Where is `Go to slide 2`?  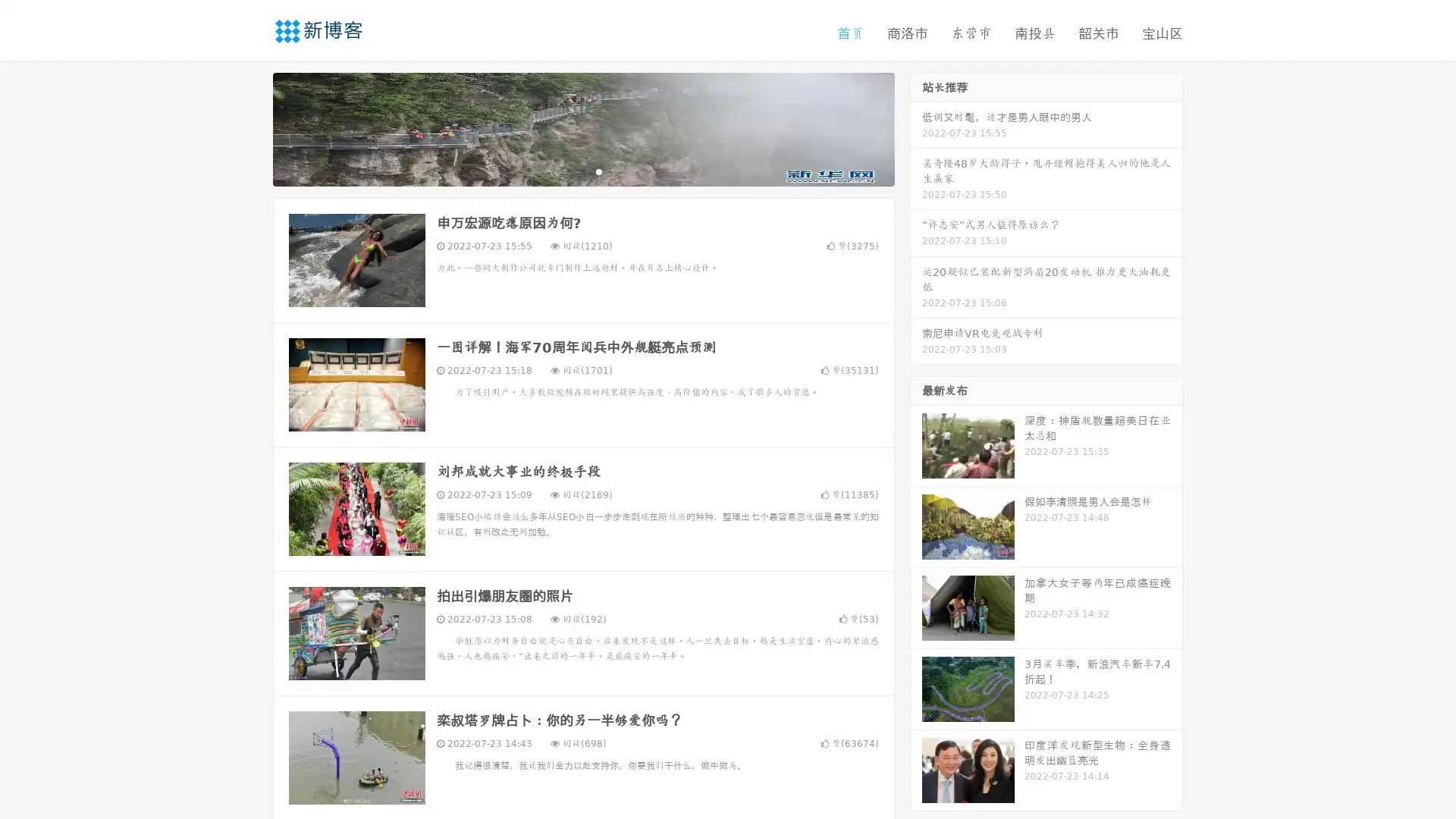
Go to slide 2 is located at coordinates (582, 171).